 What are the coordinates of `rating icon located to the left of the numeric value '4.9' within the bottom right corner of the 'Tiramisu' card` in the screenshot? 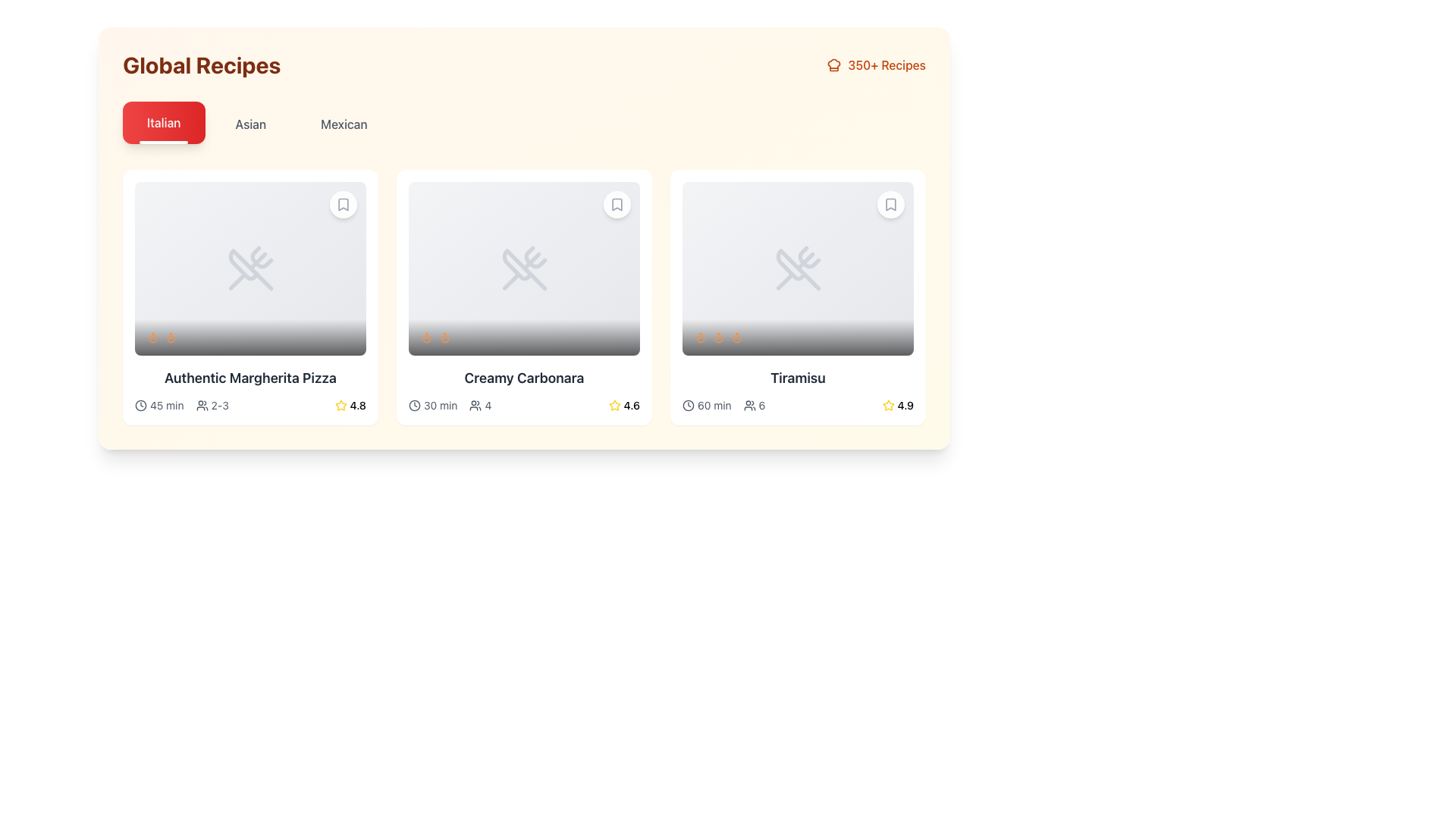 It's located at (888, 404).